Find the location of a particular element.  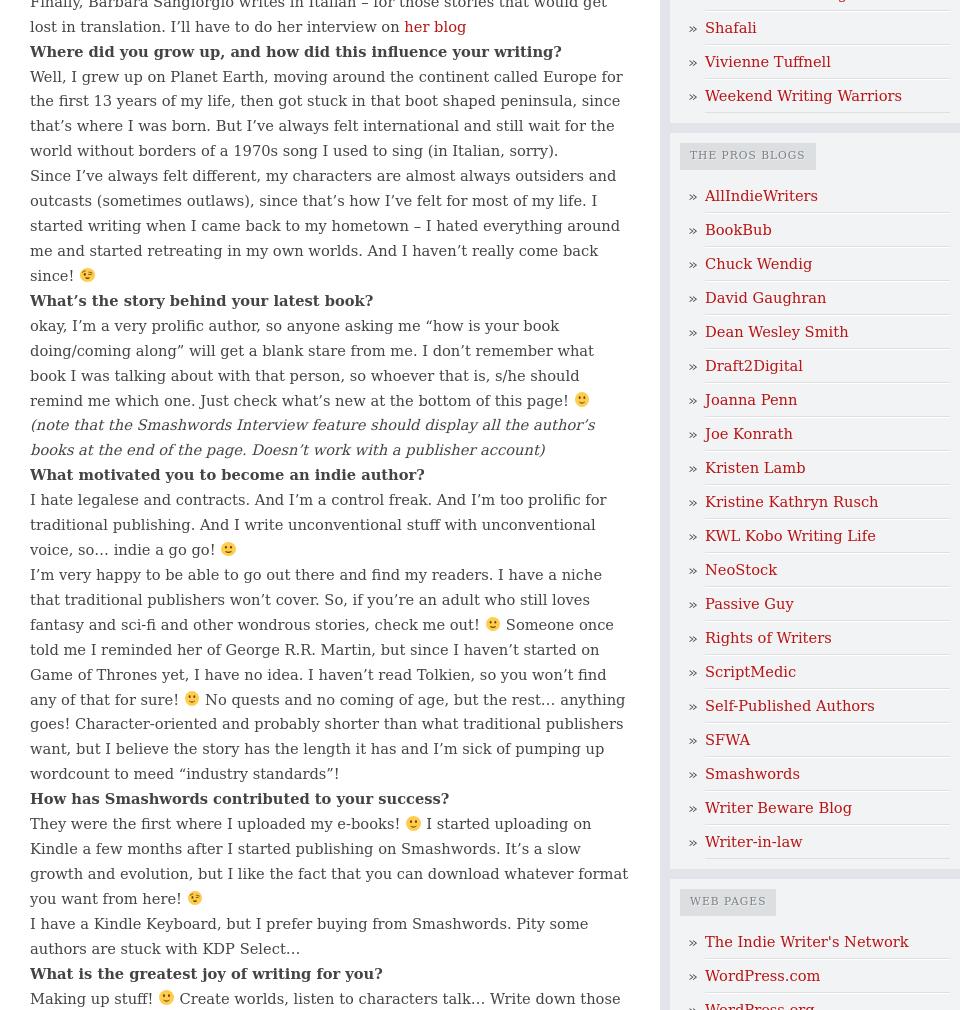

'SFWA' is located at coordinates (726, 738).